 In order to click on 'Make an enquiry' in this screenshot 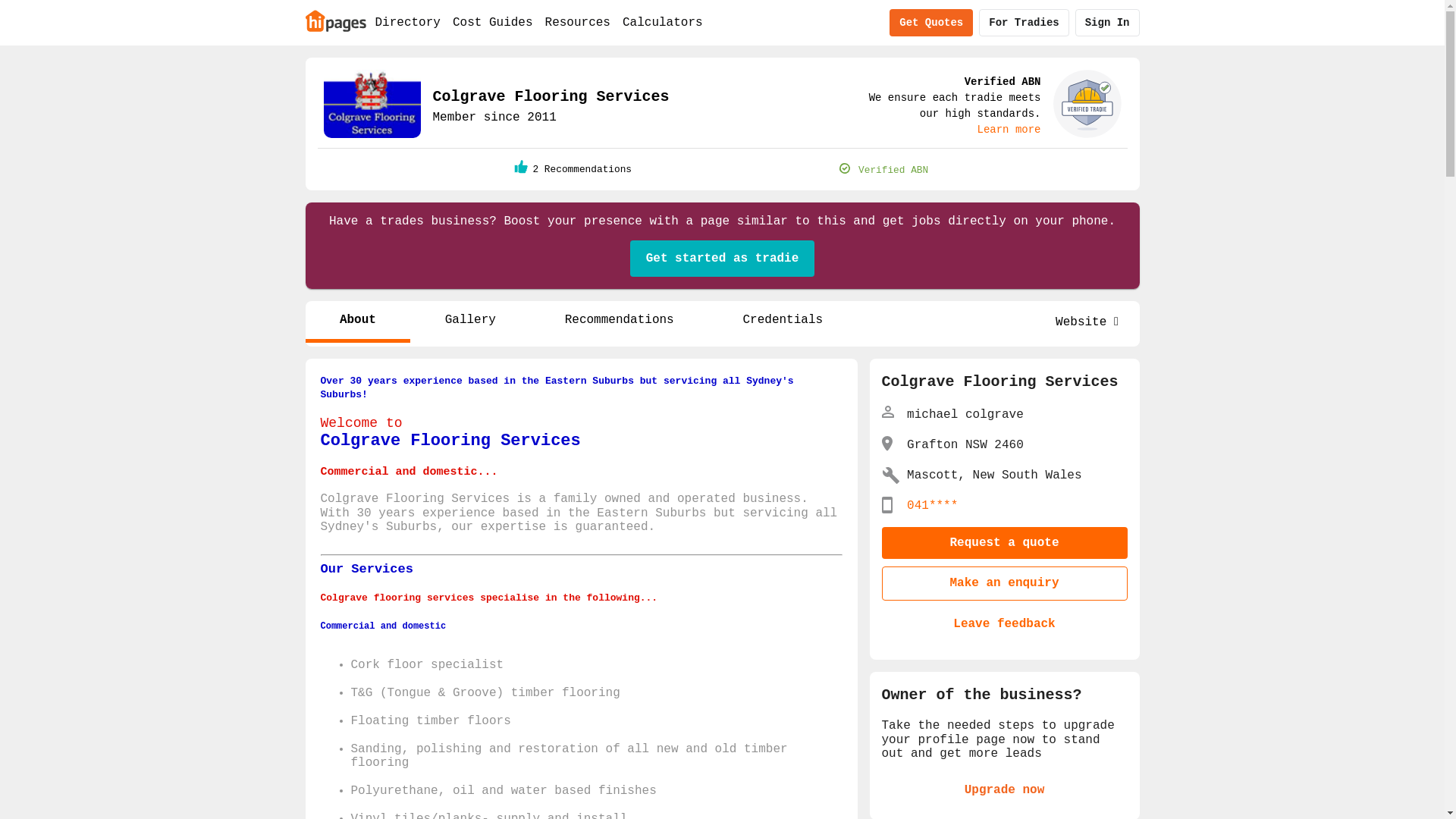, I will do `click(1004, 582)`.